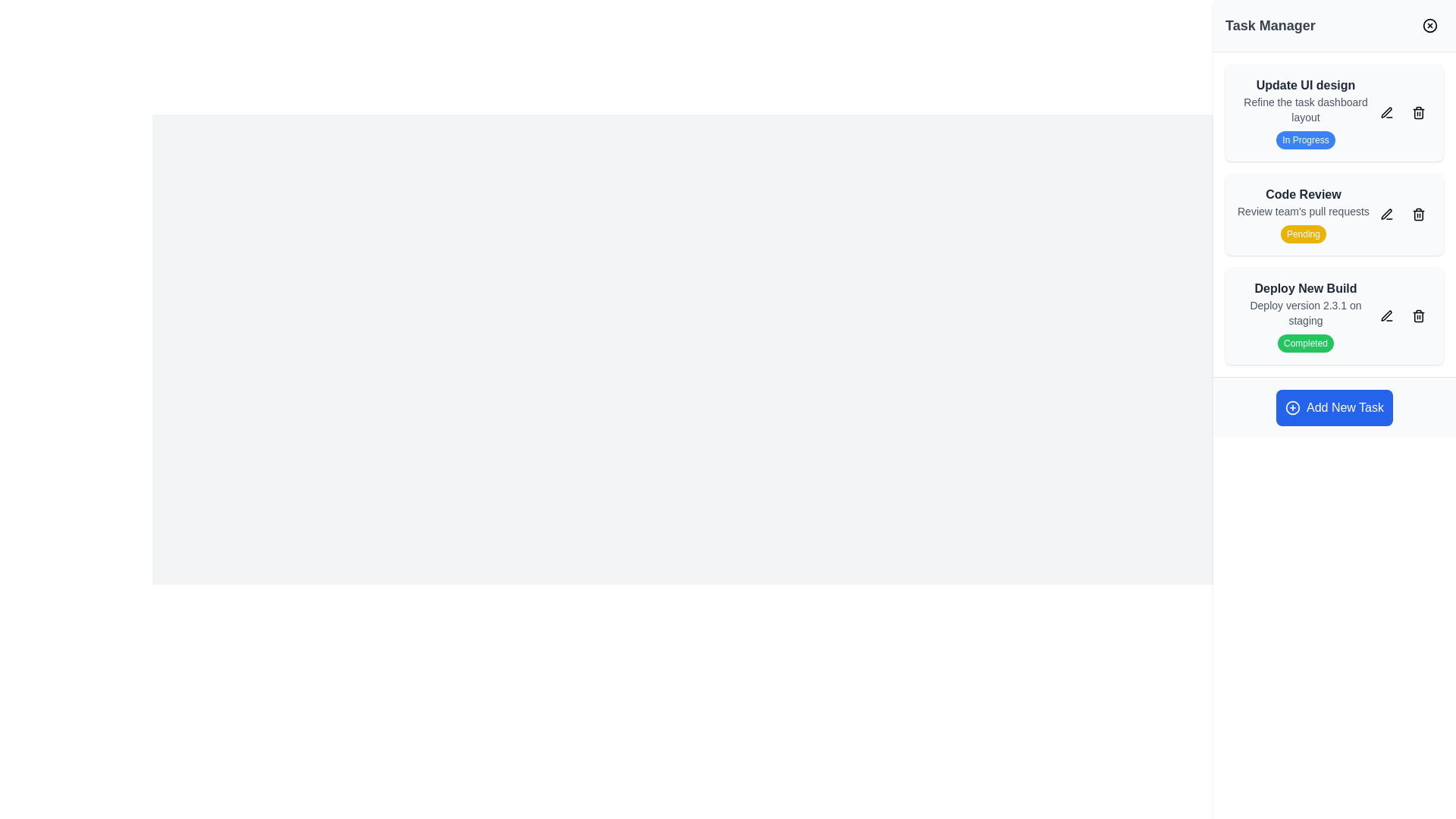 The image size is (1456, 819). Describe the element at coordinates (1418, 316) in the screenshot. I see `the main body of the trash bin icon in the 'Deploy New Build' task on the rightmost panel` at that location.